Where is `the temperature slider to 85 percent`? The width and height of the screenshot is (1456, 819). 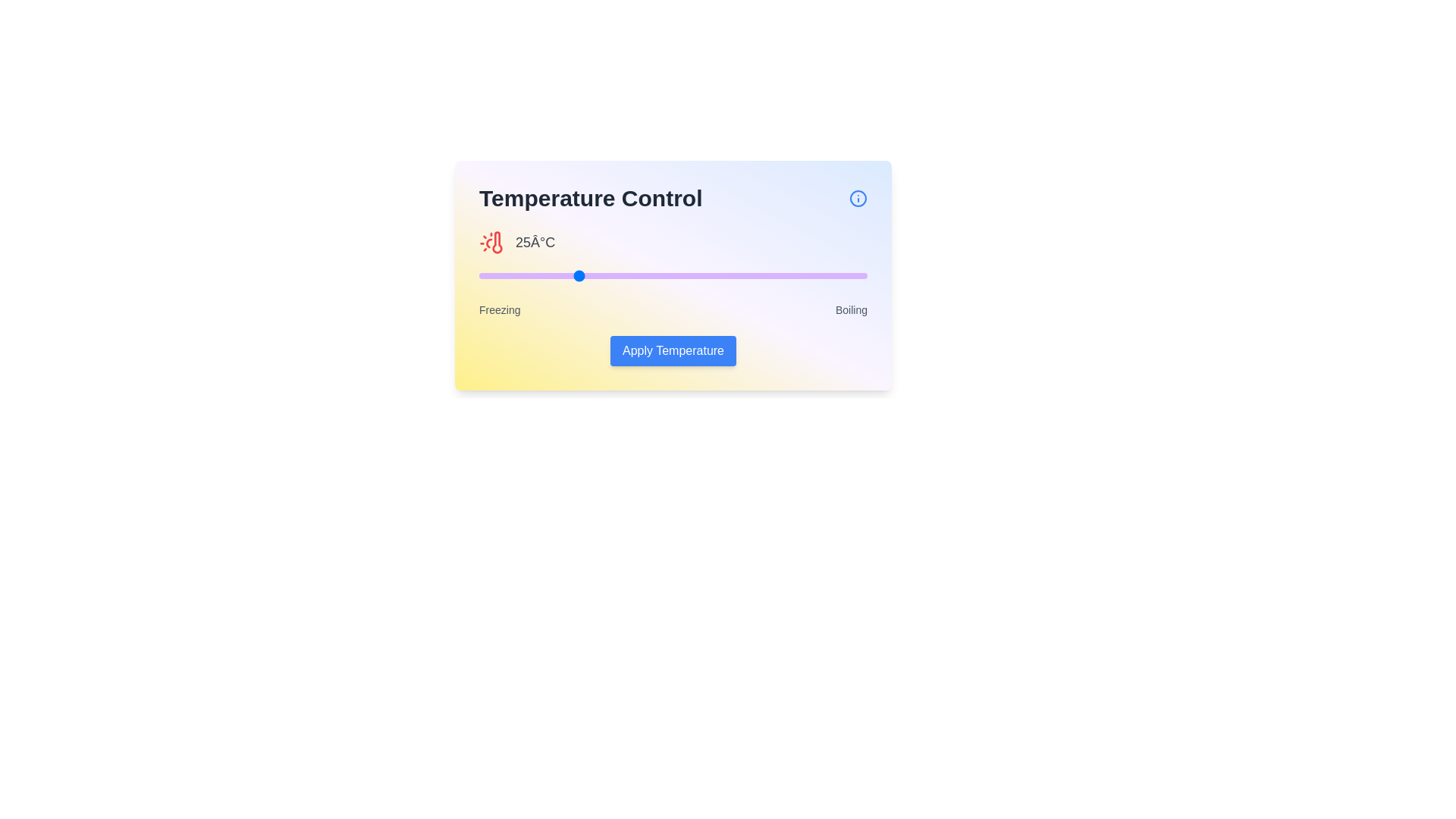
the temperature slider to 85 percent is located at coordinates (808, 275).